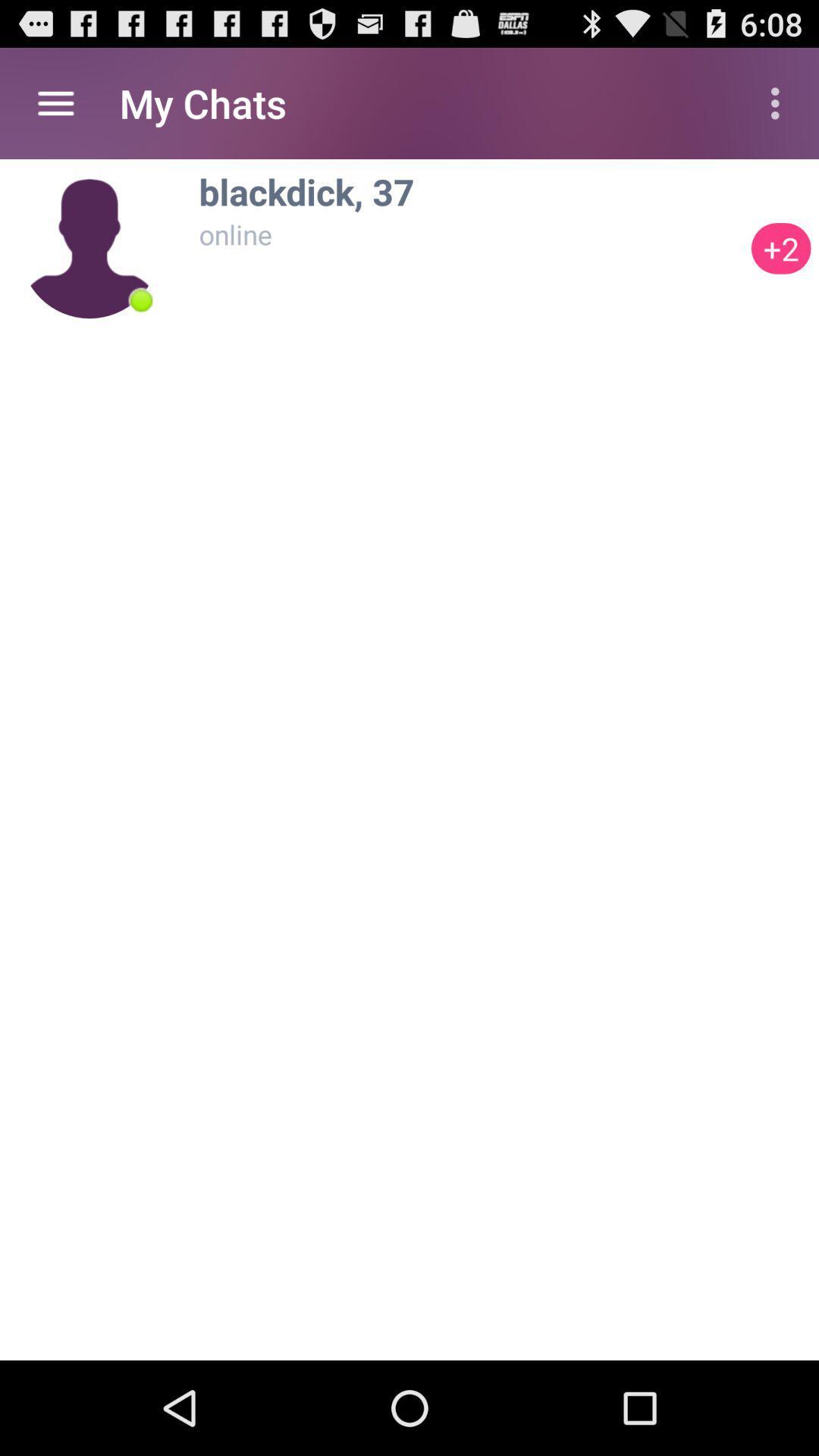 This screenshot has height=1456, width=819. What do you see at coordinates (781, 248) in the screenshot?
I see `the item next to the blackdick, 37` at bounding box center [781, 248].